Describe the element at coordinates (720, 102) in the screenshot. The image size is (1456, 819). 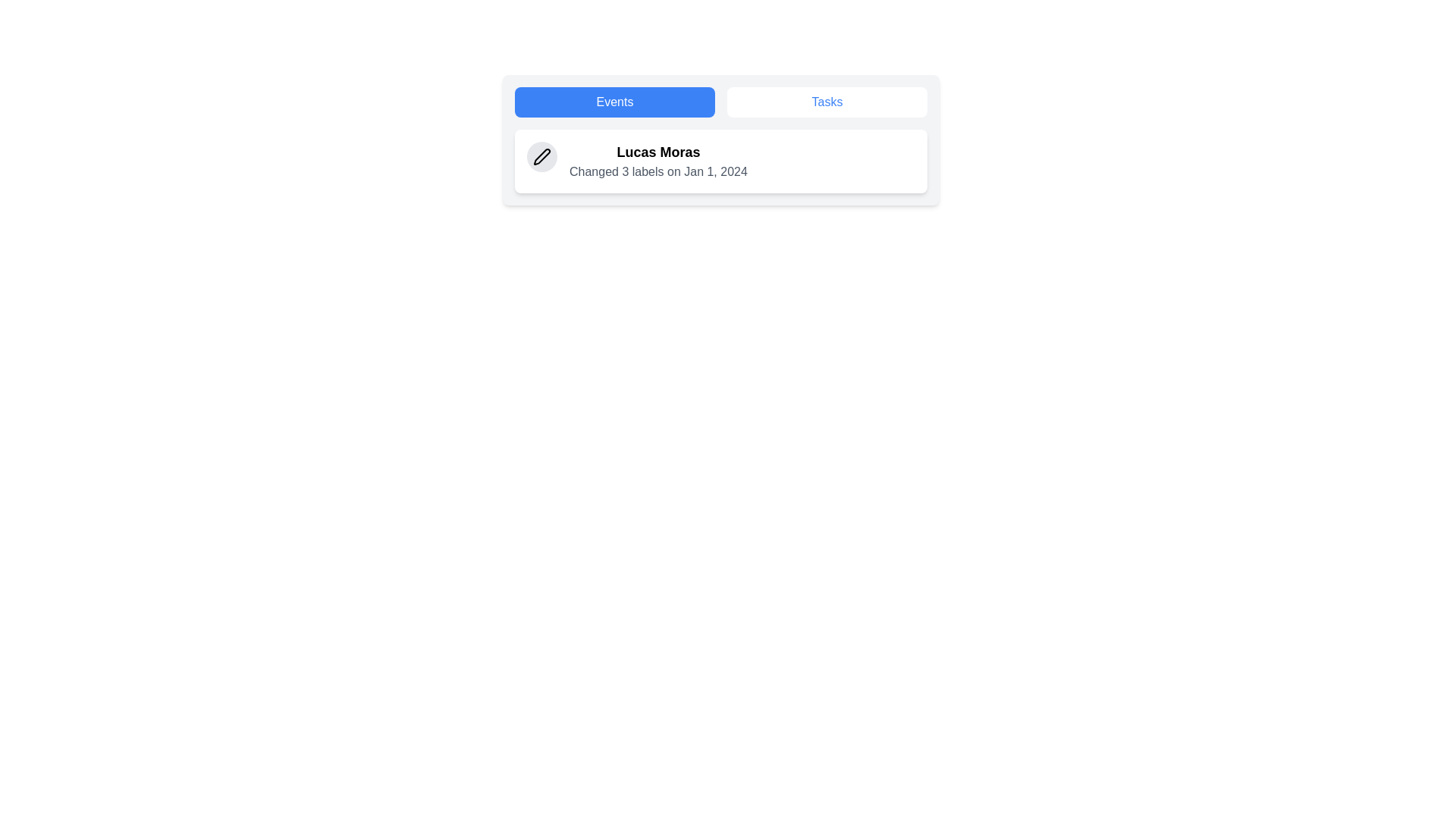
I see `the Toggle Button Group that allows toggling between 'Events' and 'Tasks'` at that location.